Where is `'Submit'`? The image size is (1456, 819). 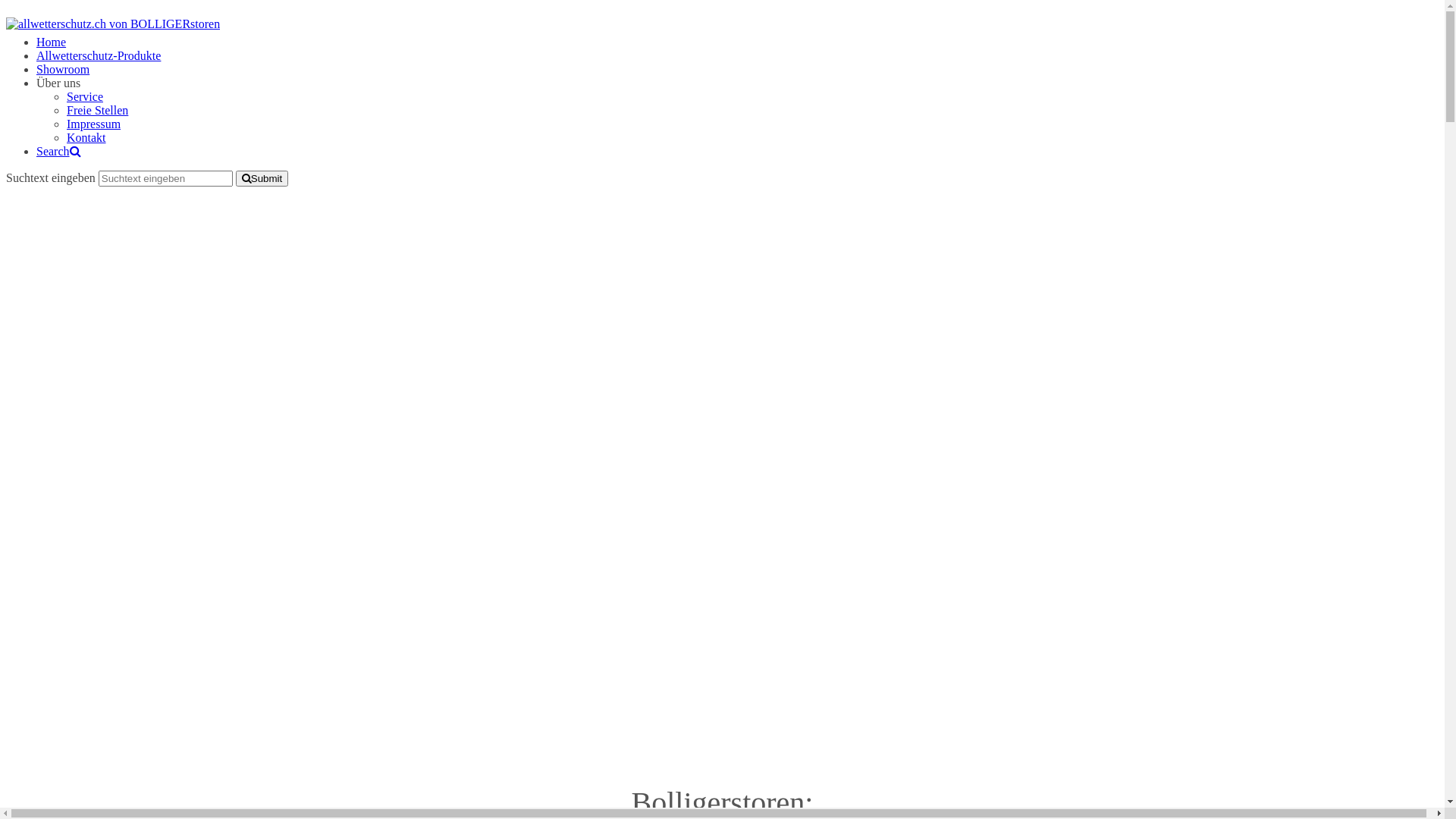
'Submit' is located at coordinates (262, 177).